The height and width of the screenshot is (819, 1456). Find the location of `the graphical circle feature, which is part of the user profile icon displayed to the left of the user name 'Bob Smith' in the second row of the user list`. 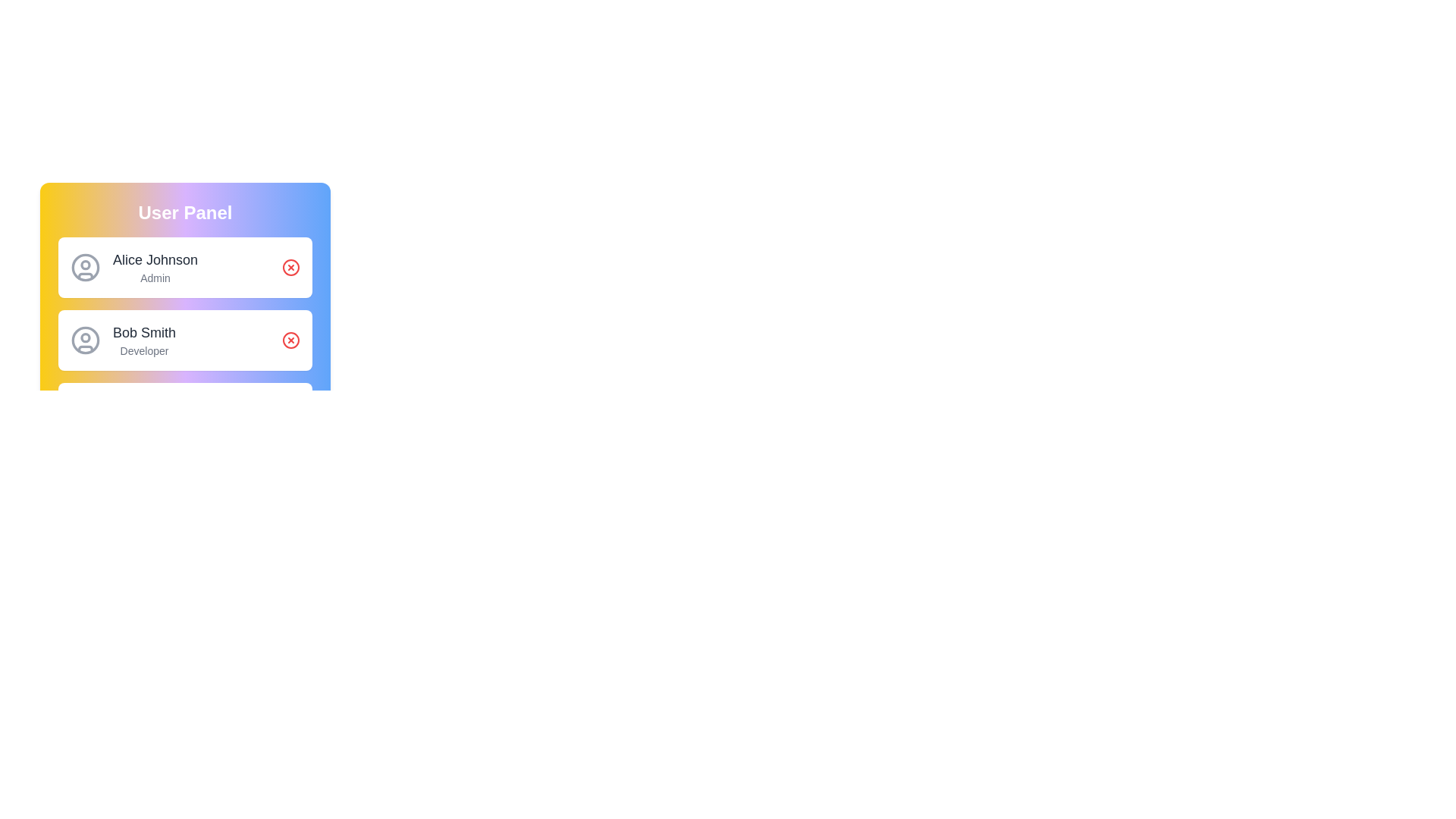

the graphical circle feature, which is part of the user profile icon displayed to the left of the user name 'Bob Smith' in the second row of the user list is located at coordinates (85, 336).